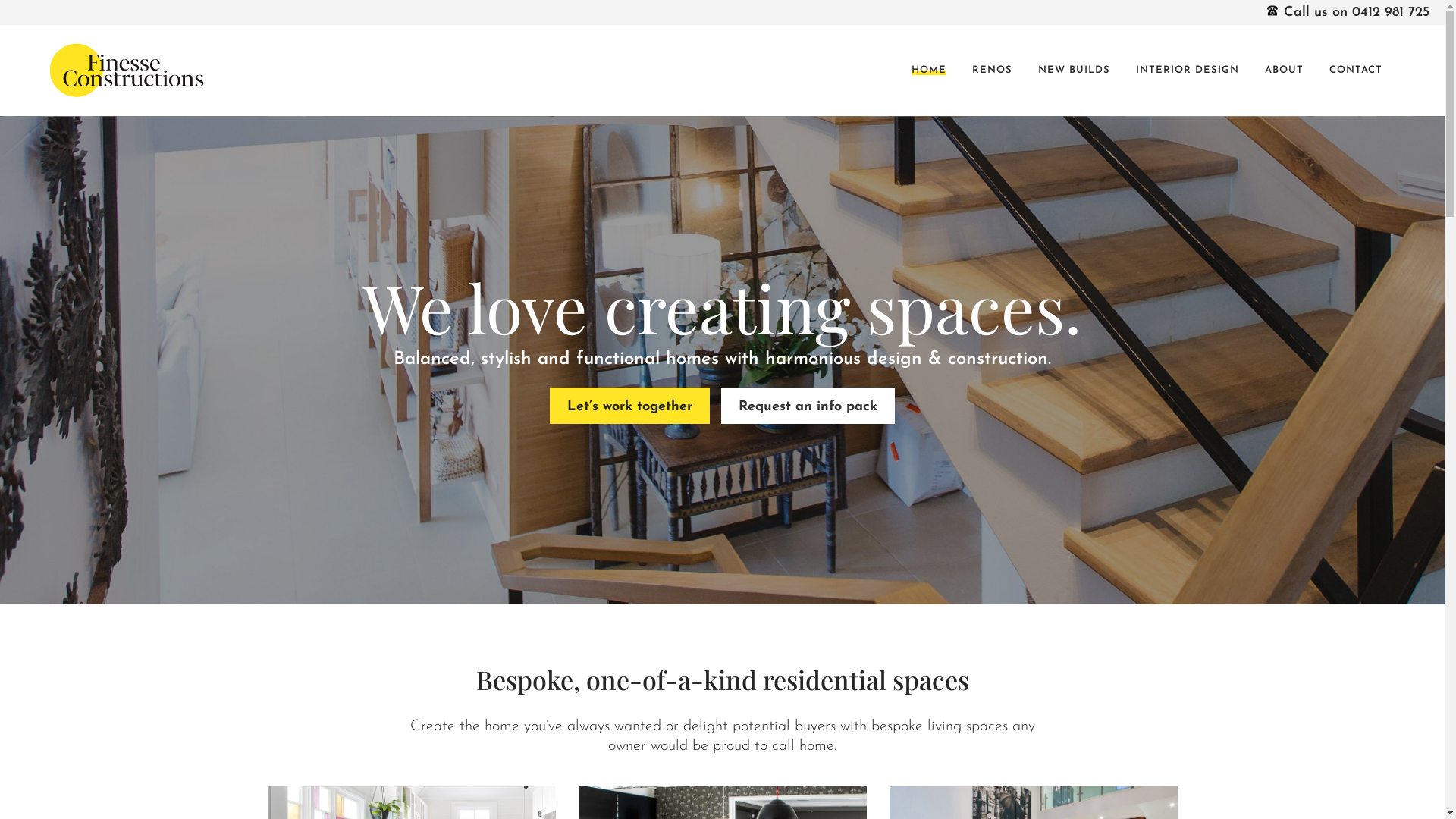  I want to click on 'HOME', so click(927, 70).